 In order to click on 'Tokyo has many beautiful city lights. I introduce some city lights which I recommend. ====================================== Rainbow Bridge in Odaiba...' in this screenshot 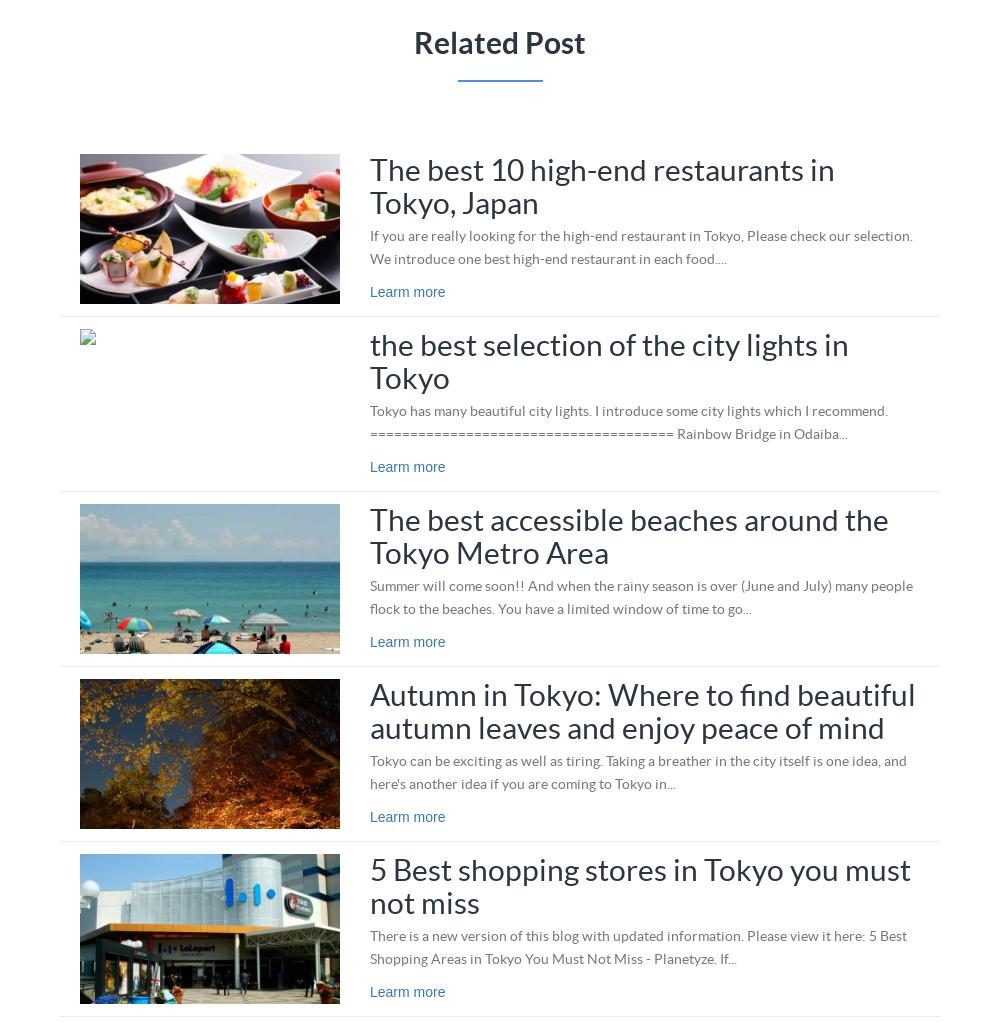, I will do `click(628, 421)`.